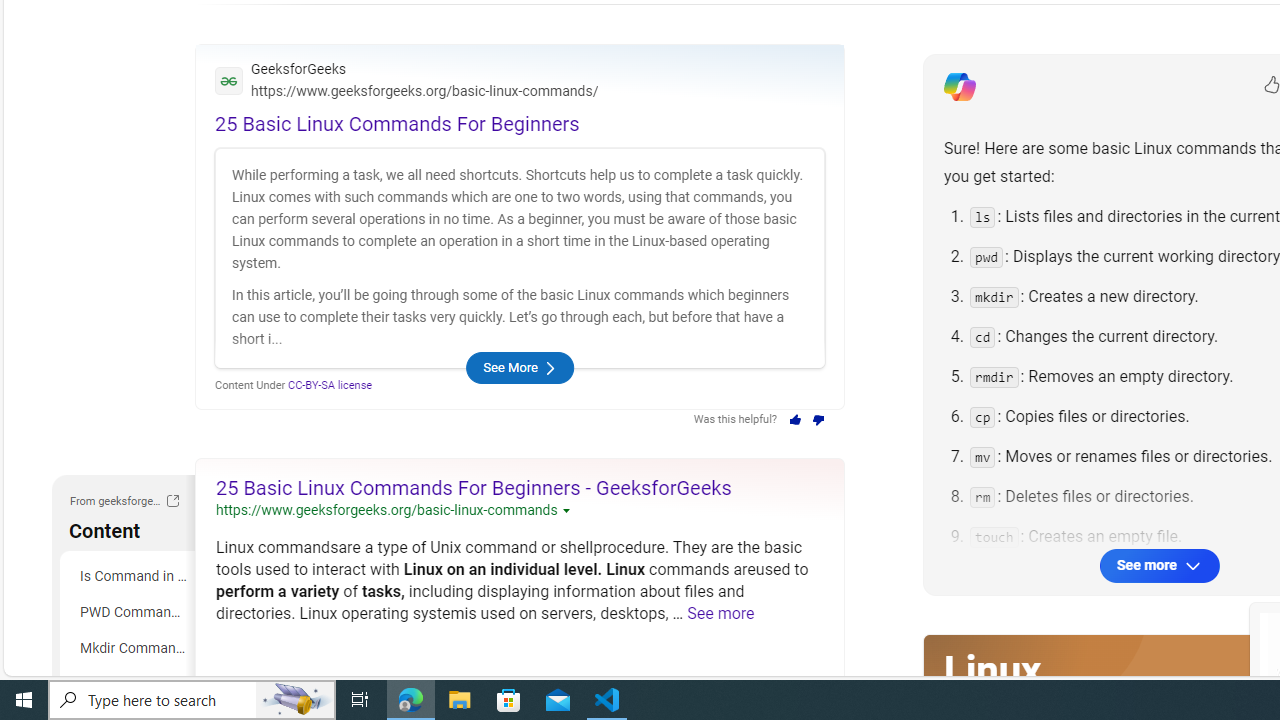 This screenshot has height=720, width=1280. I want to click on 'Is Command in Linux', so click(130, 576).